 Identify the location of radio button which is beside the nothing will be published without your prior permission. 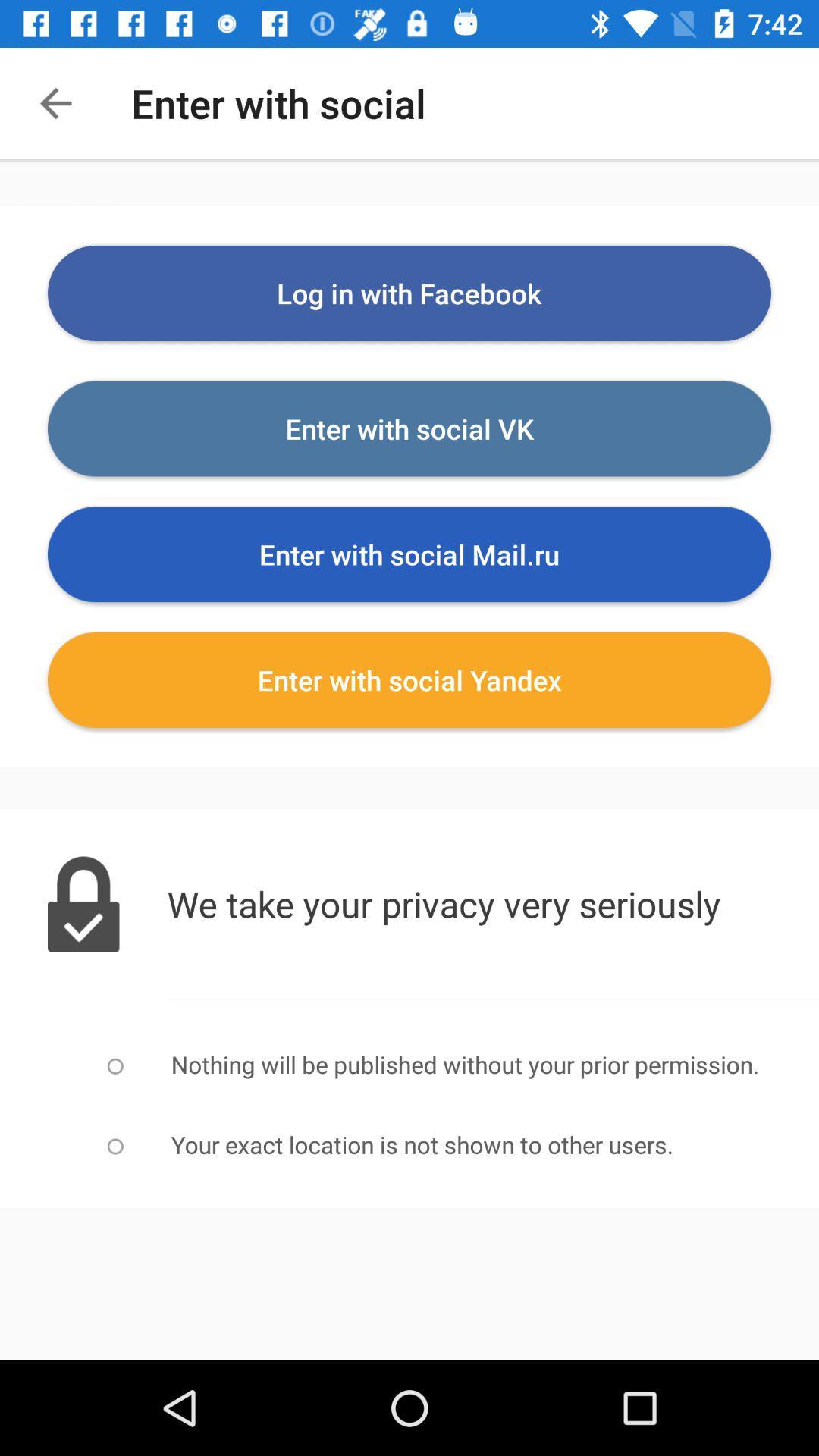
(115, 1065).